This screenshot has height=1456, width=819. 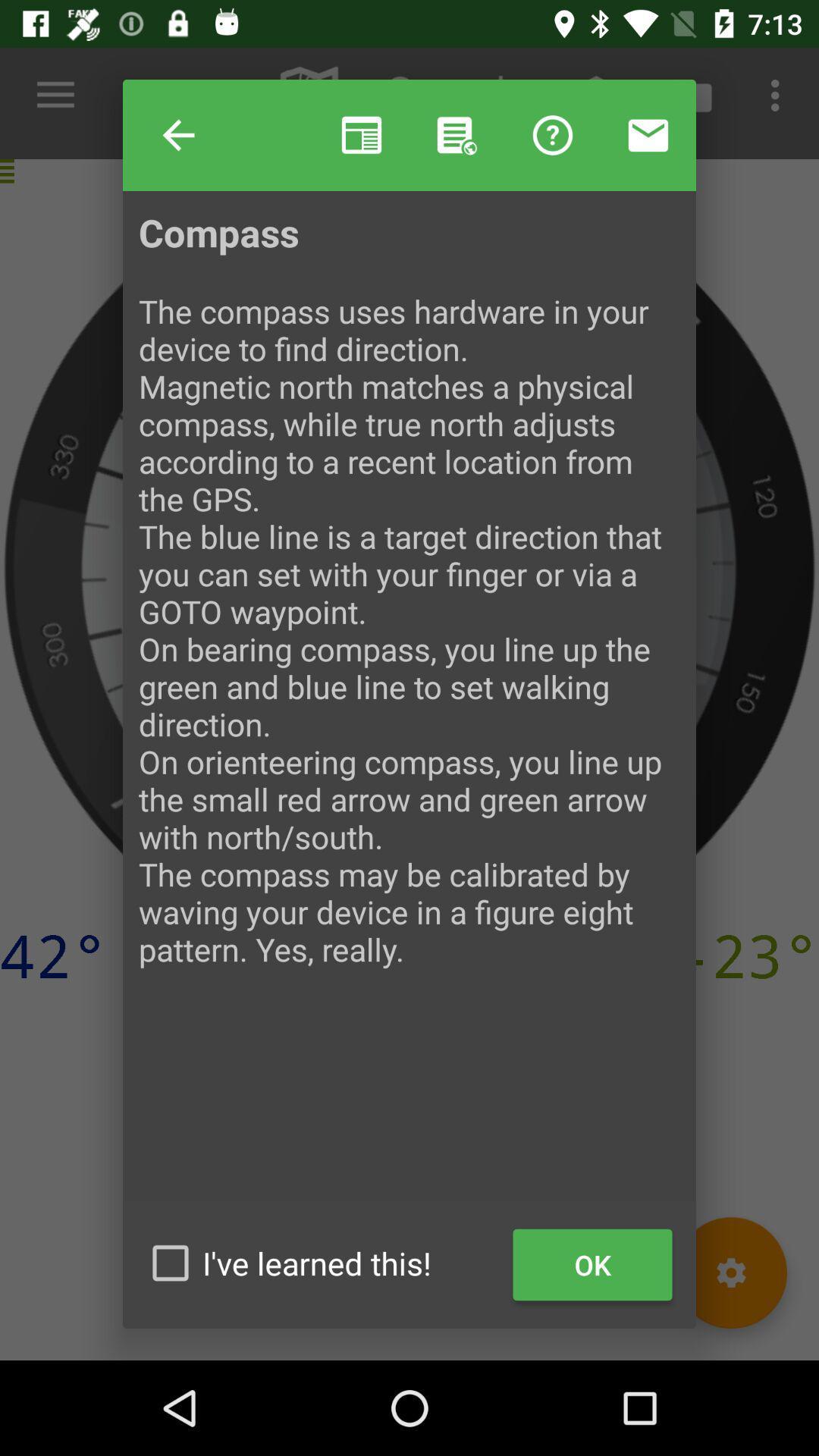 What do you see at coordinates (362, 135) in the screenshot?
I see `the item next to help item` at bounding box center [362, 135].